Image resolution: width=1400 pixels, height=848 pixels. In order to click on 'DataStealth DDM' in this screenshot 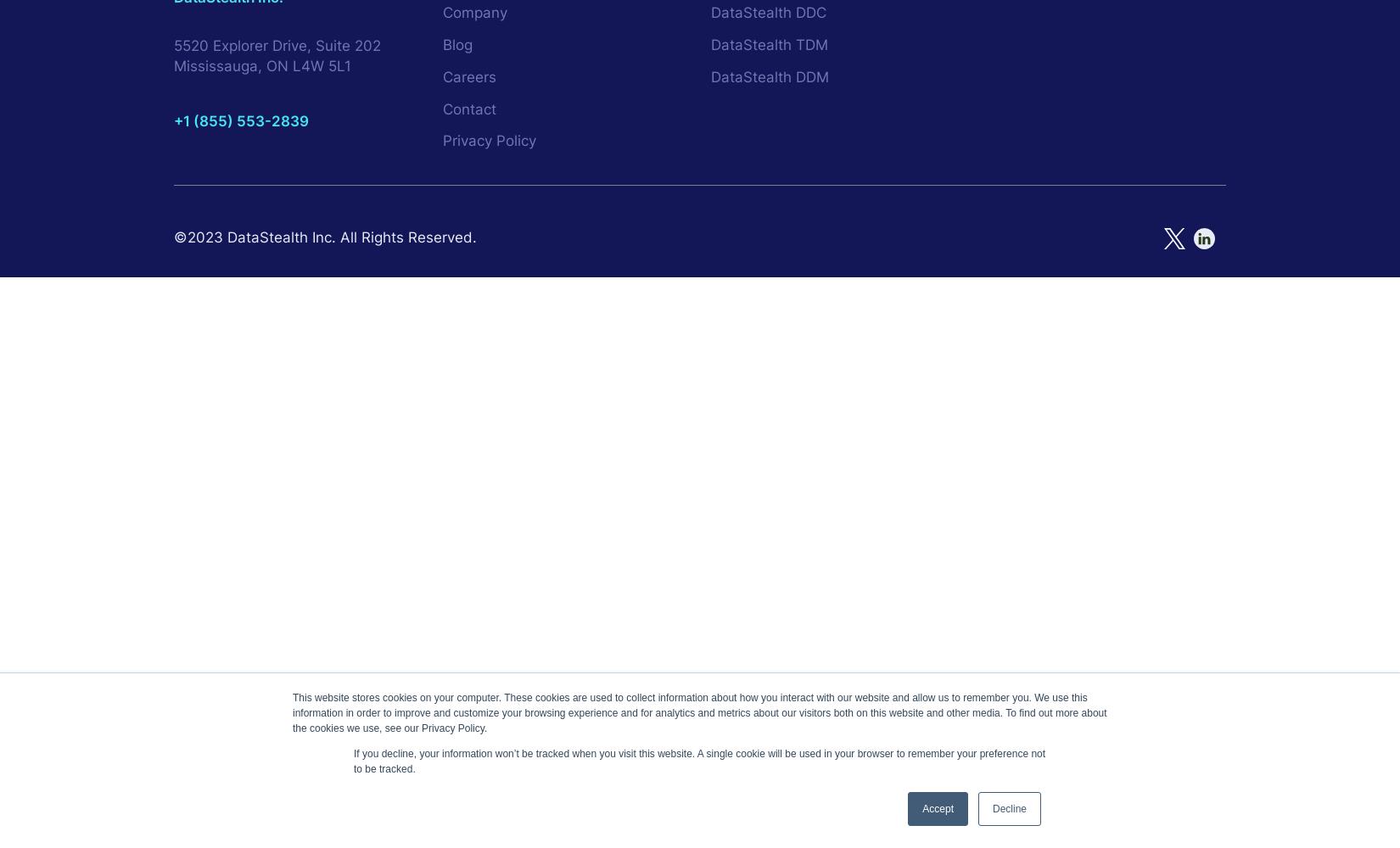, I will do `click(770, 75)`.